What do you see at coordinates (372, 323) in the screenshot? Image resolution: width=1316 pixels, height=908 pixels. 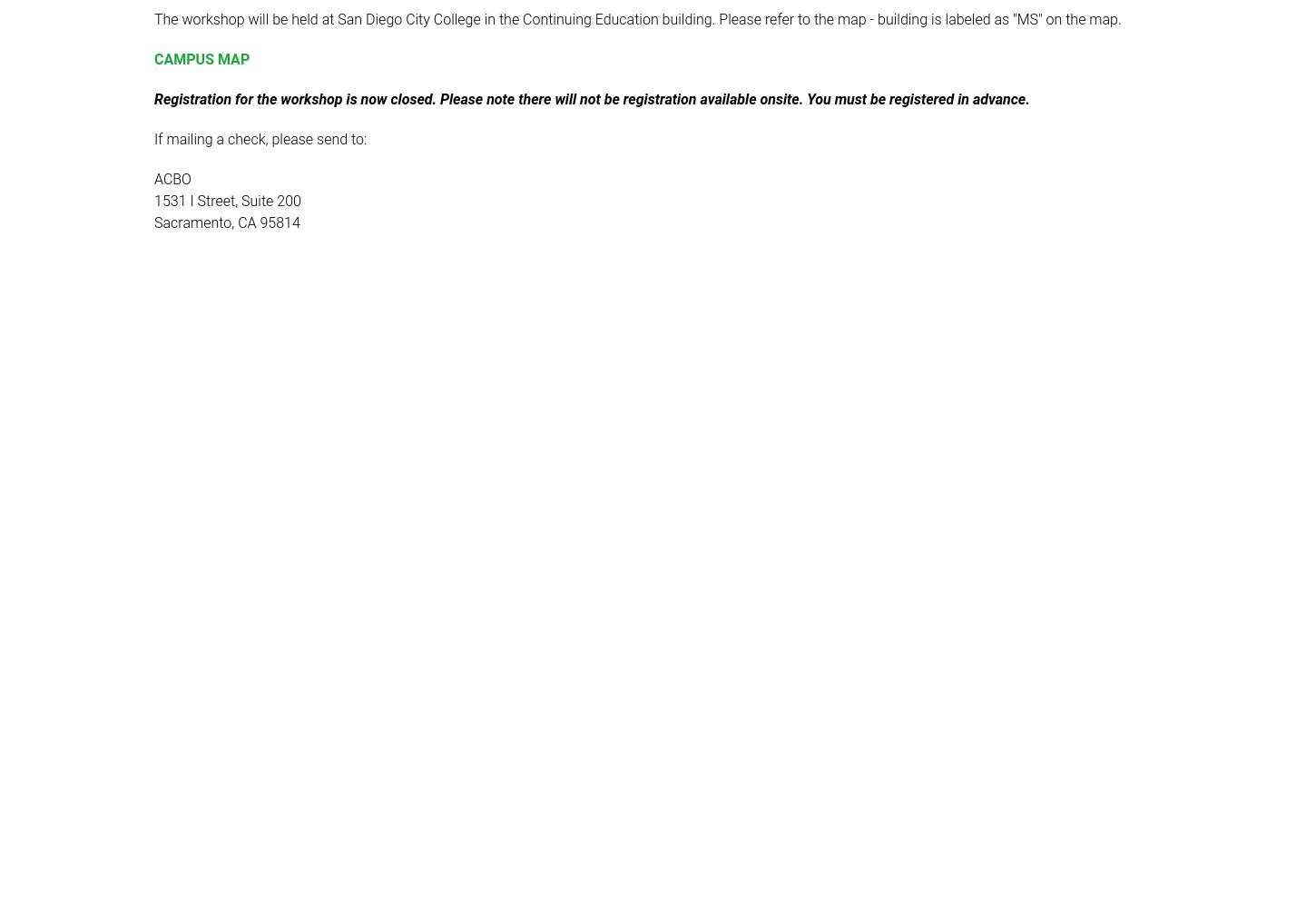 I see `'communications@acbo.org'` at bounding box center [372, 323].